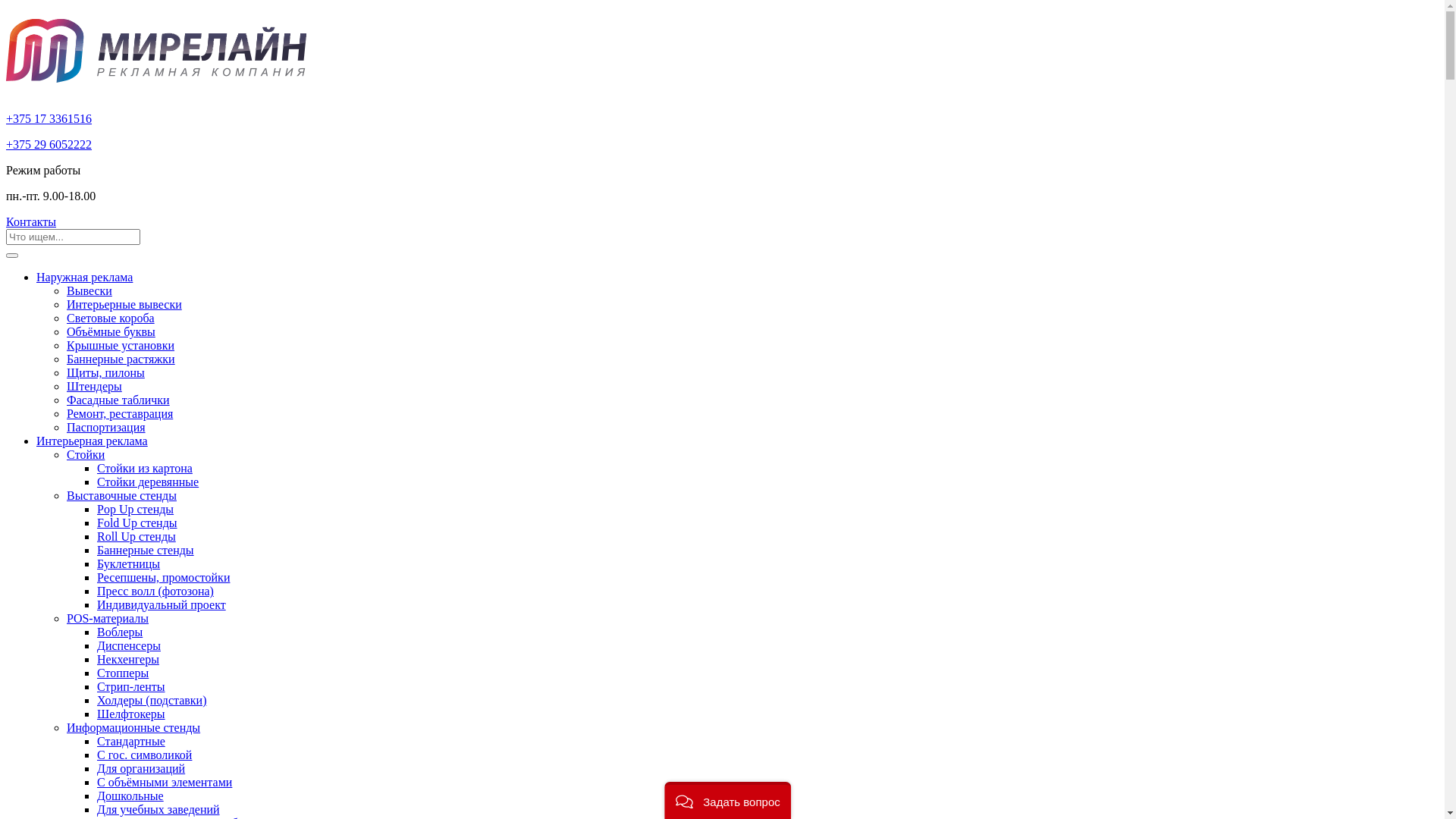  I want to click on '+375 29 6052222', so click(49, 144).